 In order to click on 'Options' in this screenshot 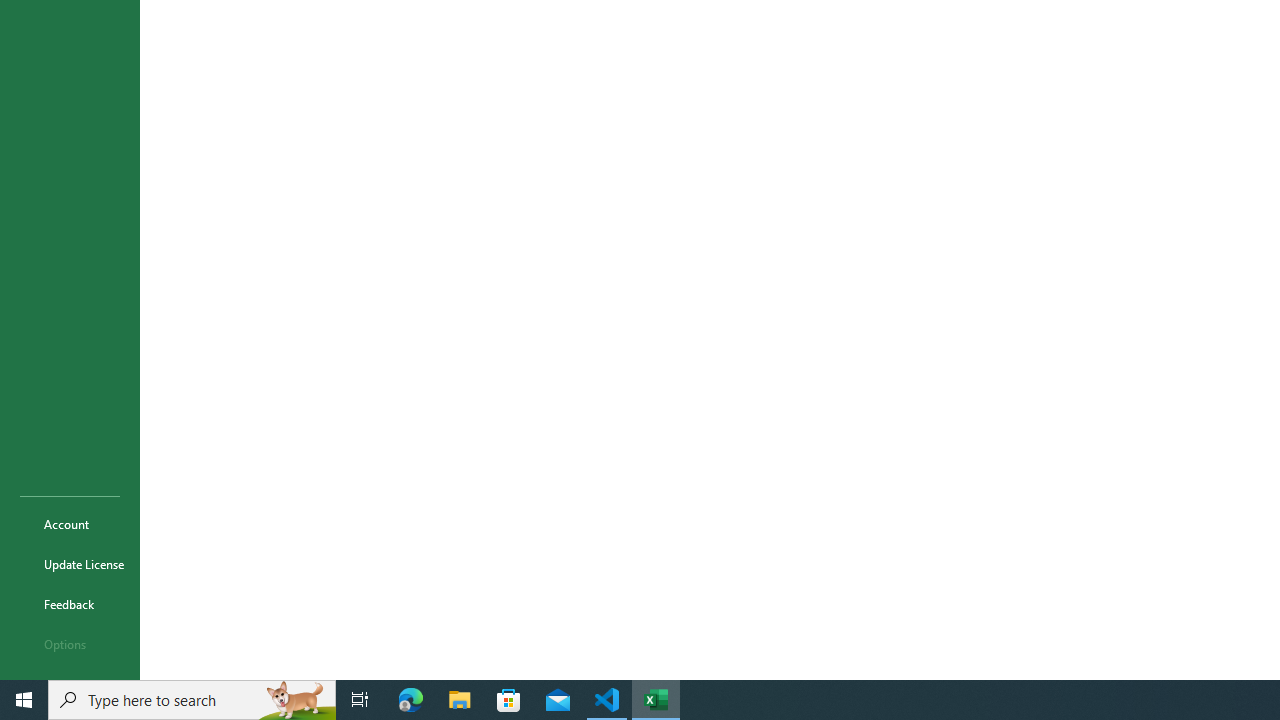, I will do `click(69, 644)`.